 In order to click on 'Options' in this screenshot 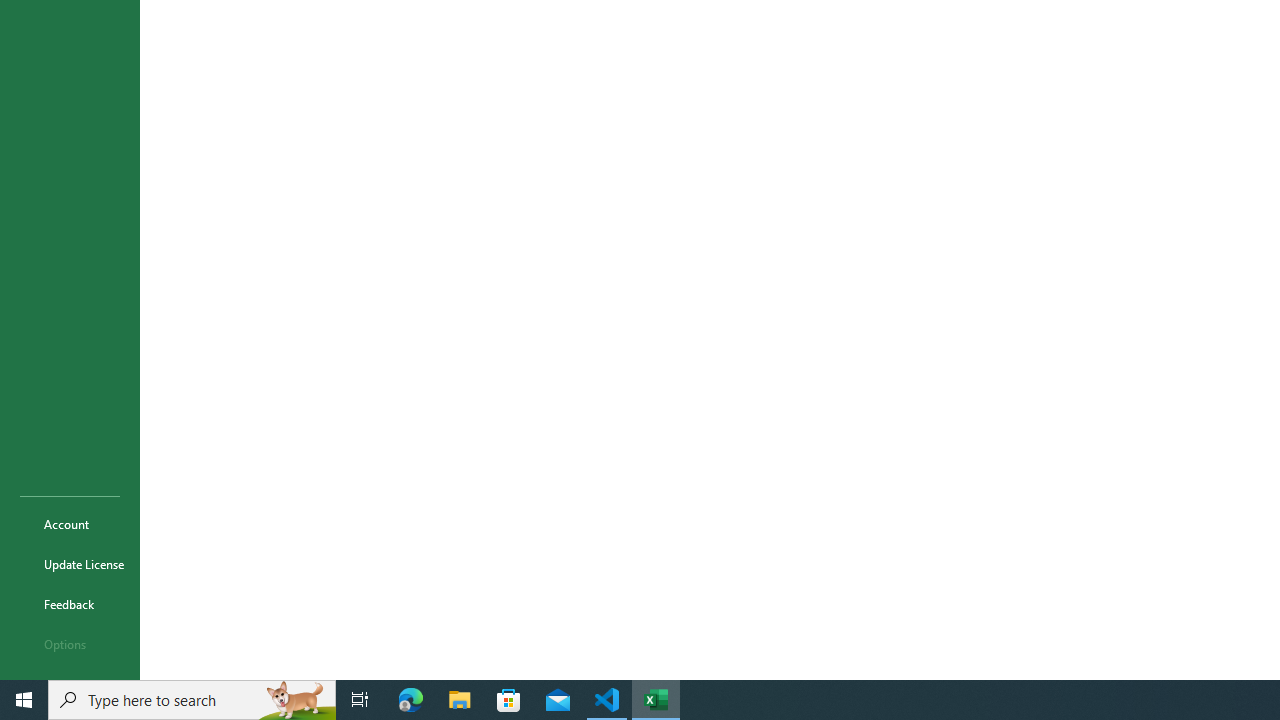, I will do `click(69, 644)`.